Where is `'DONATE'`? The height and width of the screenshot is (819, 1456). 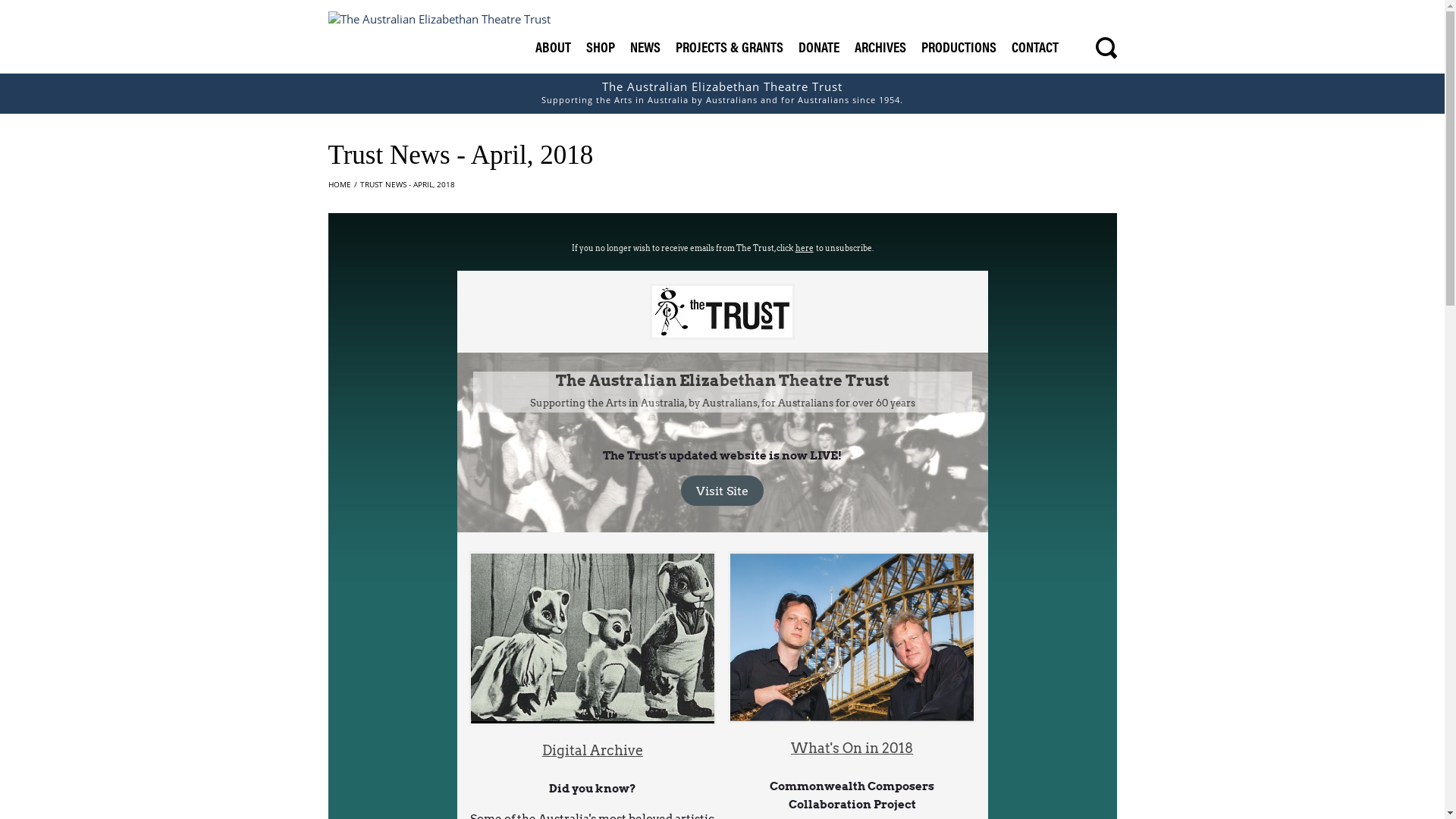
'DONATE' is located at coordinates (790, 45).